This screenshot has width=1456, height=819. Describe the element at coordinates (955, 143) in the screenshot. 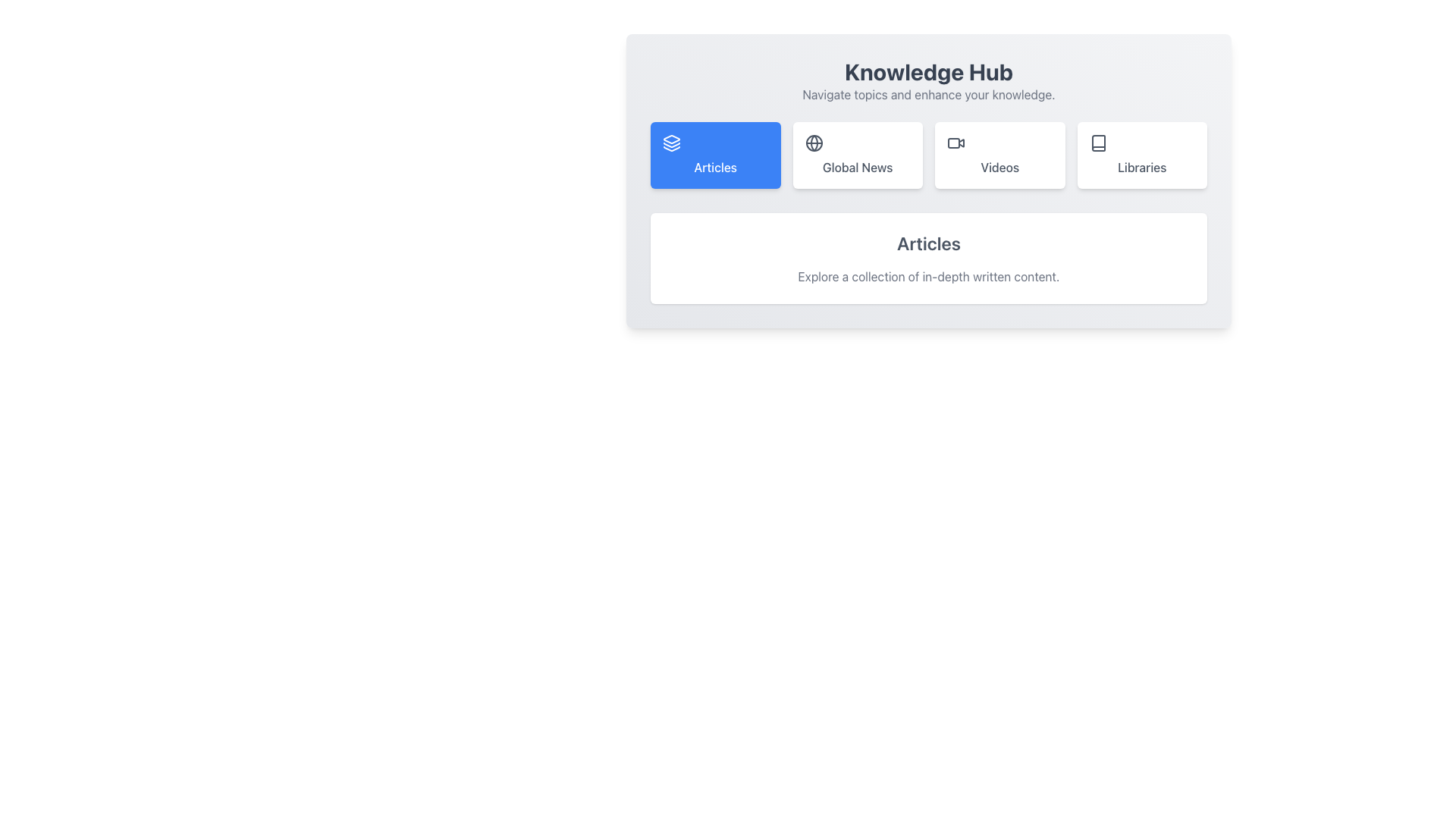

I see `the video camera icon located within the 'Videos' button, which is part of the button row beneath the 'Knowledge Hub' heading` at that location.